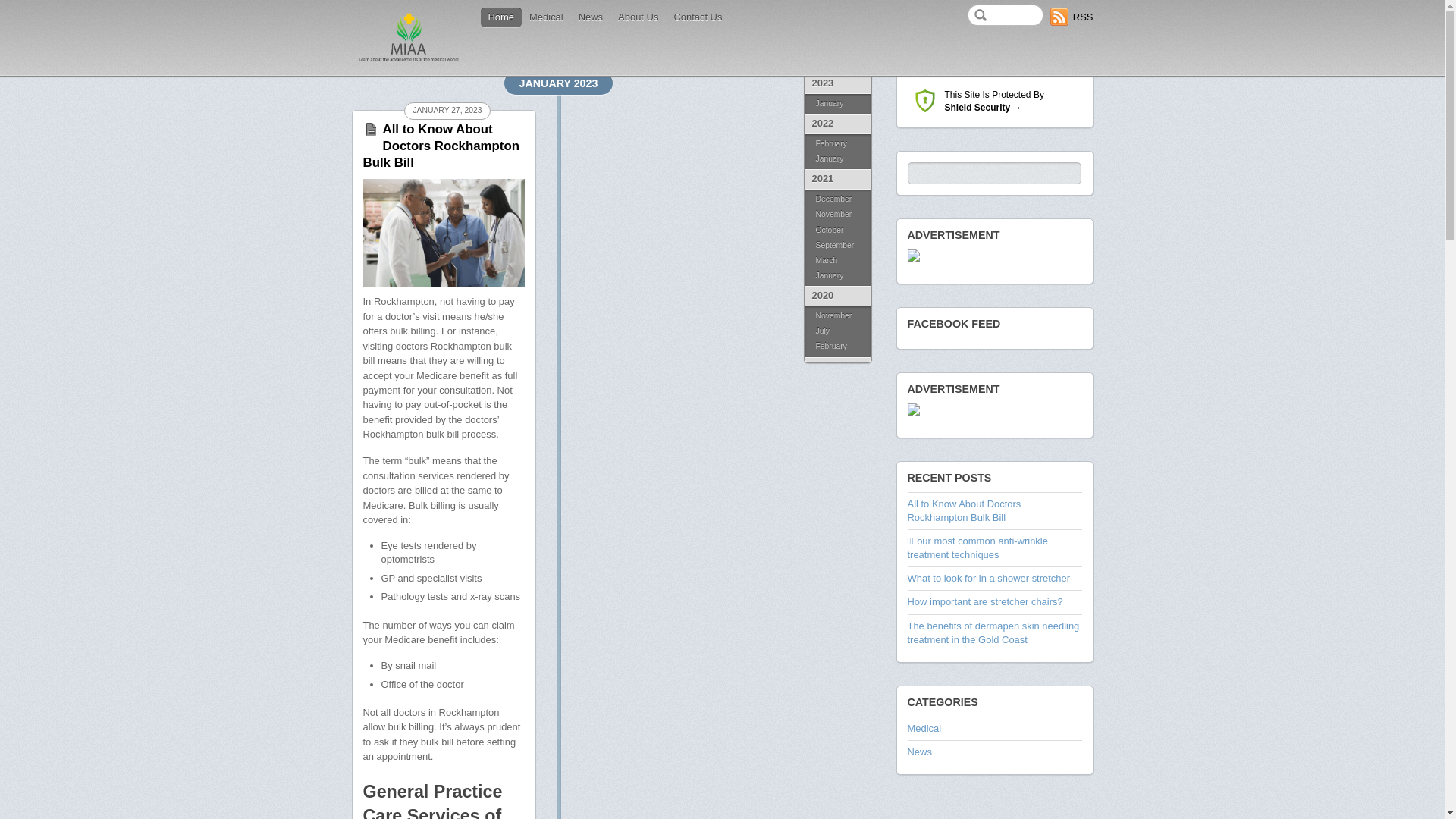 This screenshot has height=819, width=1456. I want to click on 'Home', so click(501, 17).